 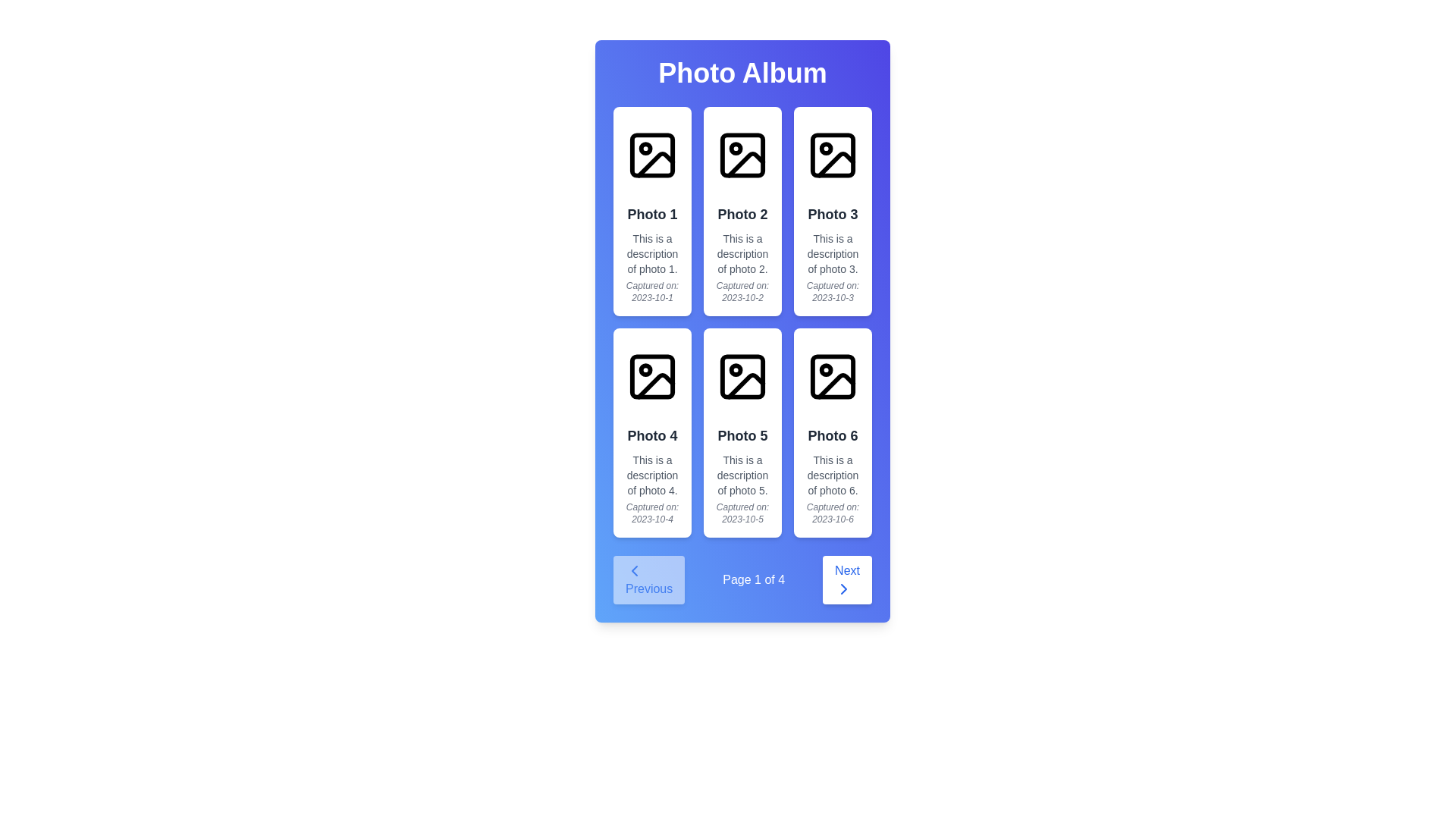 What do you see at coordinates (832, 155) in the screenshot?
I see `the image placeholder icon located at the top of the card for 'Photo 3', which is centered horizontally above the title and description text` at bounding box center [832, 155].